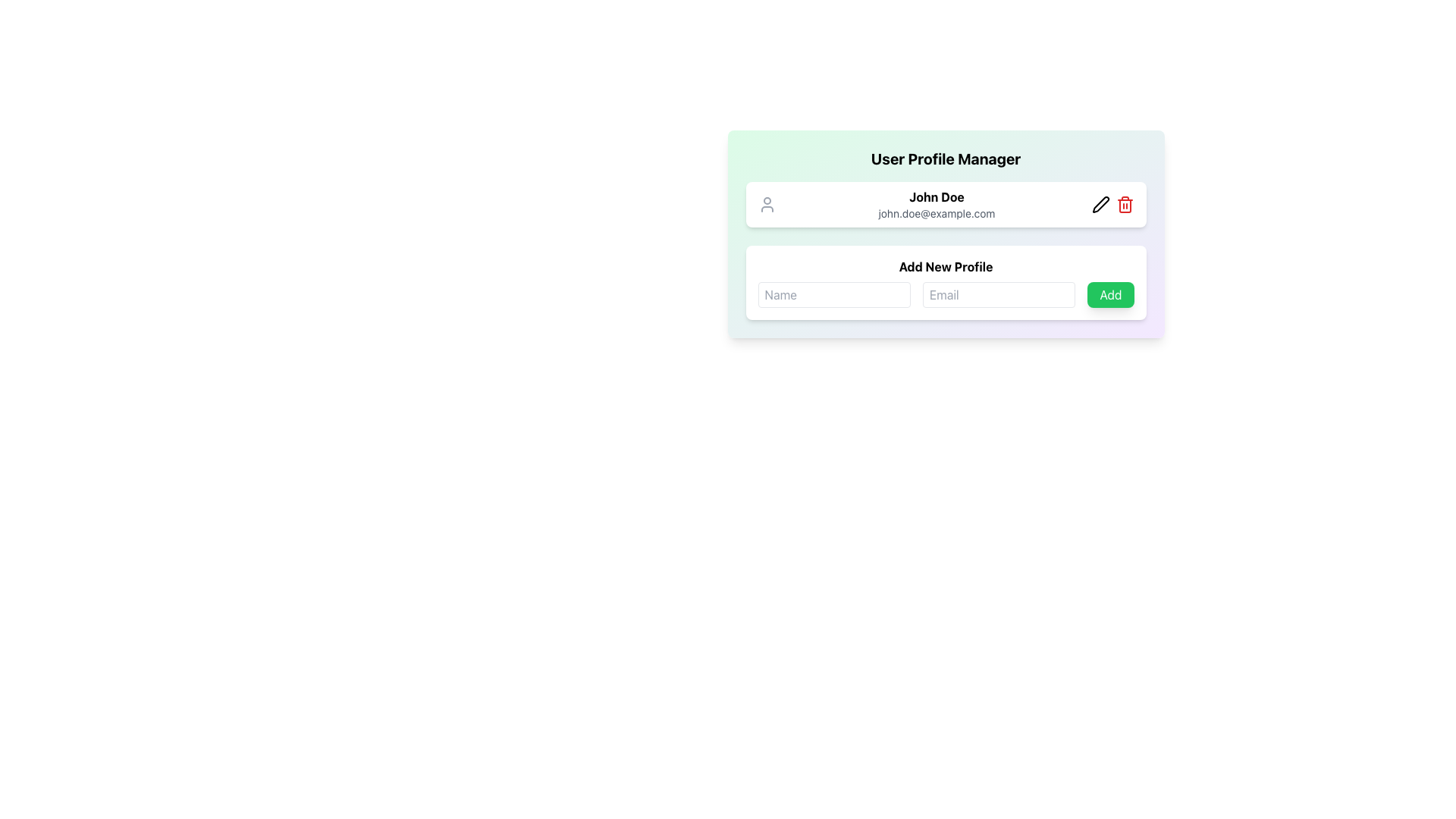 The image size is (1456, 819). I want to click on the static text label displaying 'John Doe' in bold font, which is positioned prominently at the top of the User Profile Manager card, so click(936, 196).